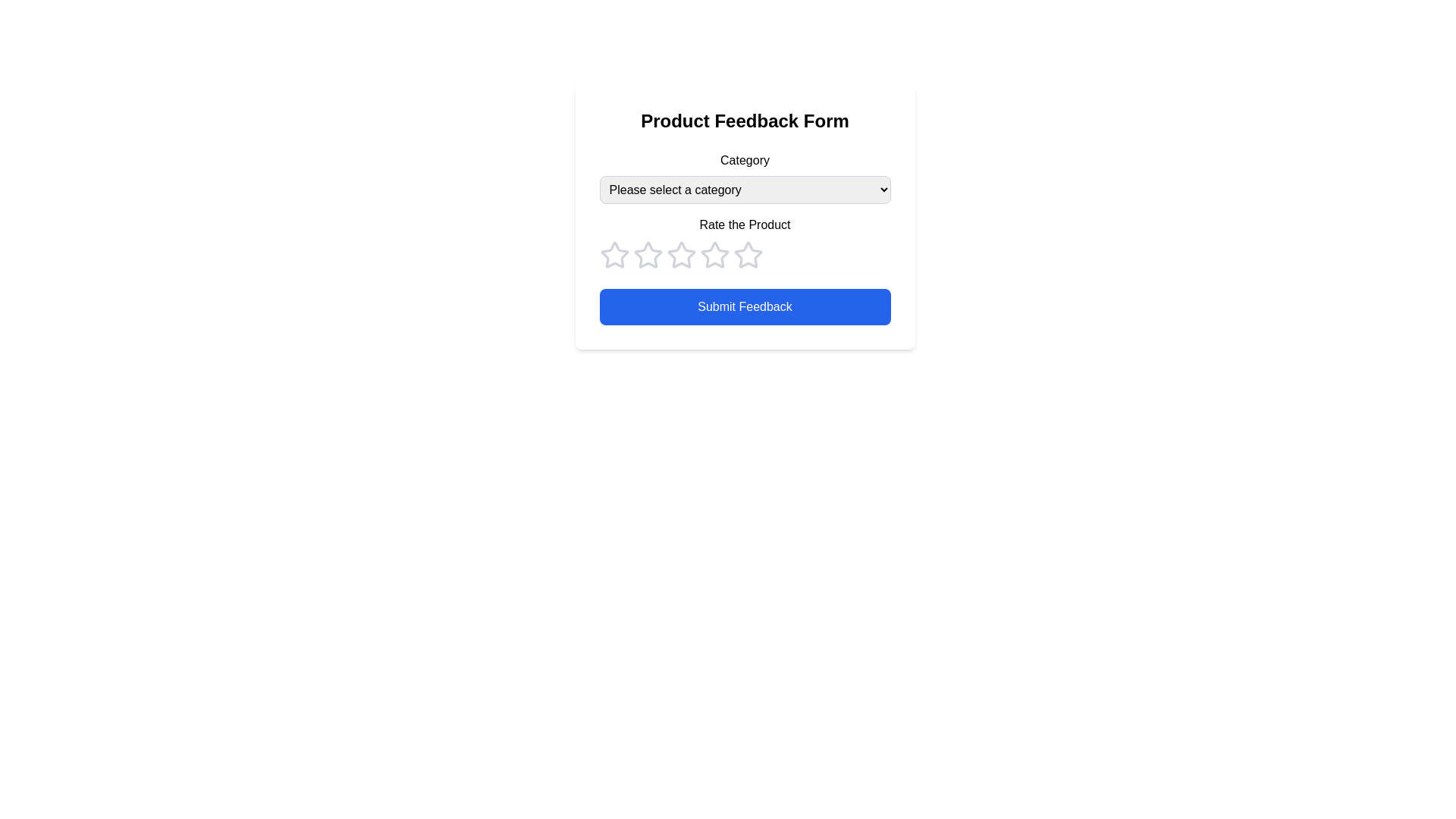 The image size is (1456, 819). What do you see at coordinates (745, 161) in the screenshot?
I see `the static text label indicating the purpose of the dropdown menu, located at the top center of the form interface` at bounding box center [745, 161].